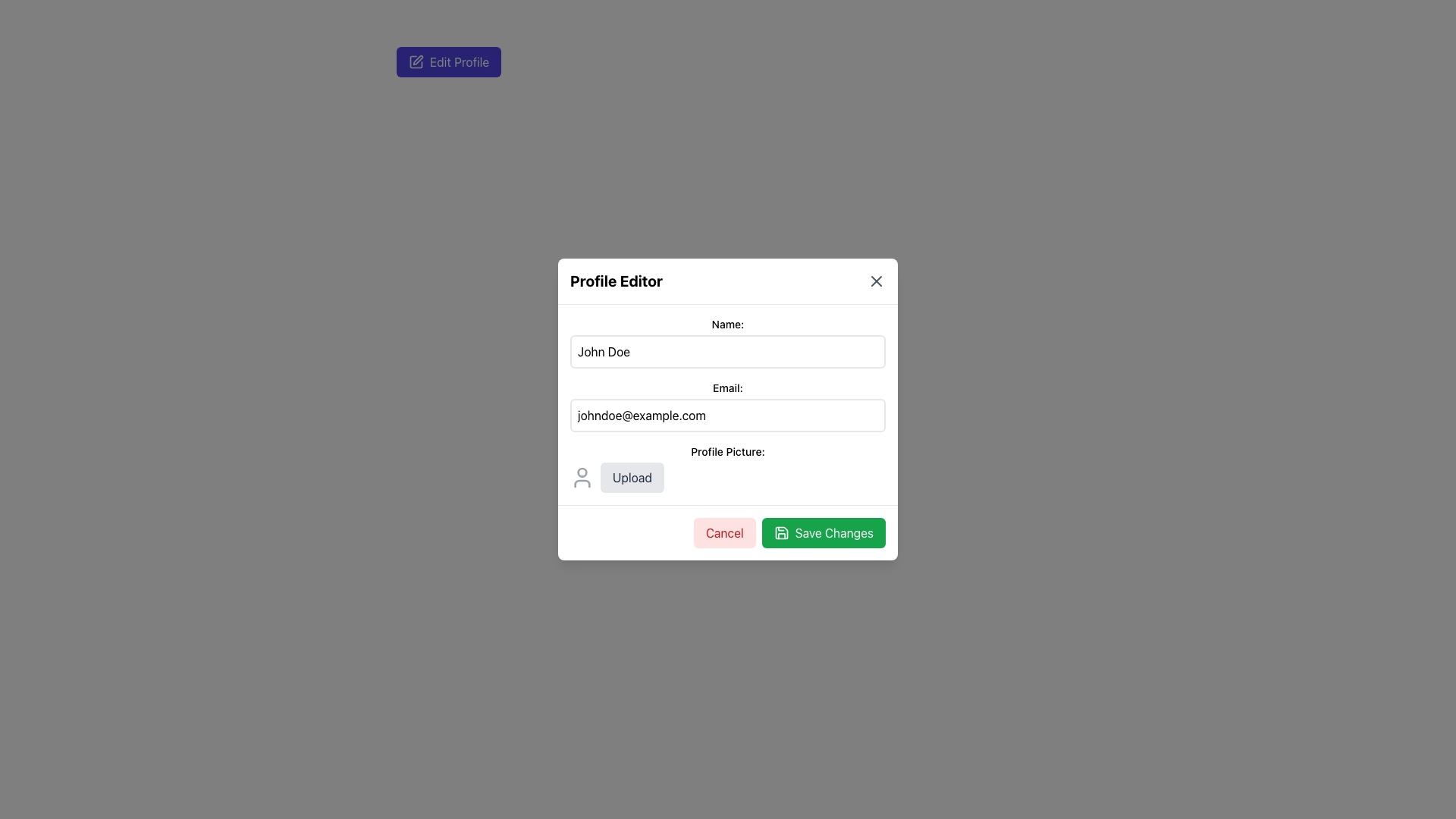 This screenshot has height=819, width=1456. I want to click on label displaying the text 'Email:' located in the 'Profile Editor' panel above the email input field, so click(728, 388).